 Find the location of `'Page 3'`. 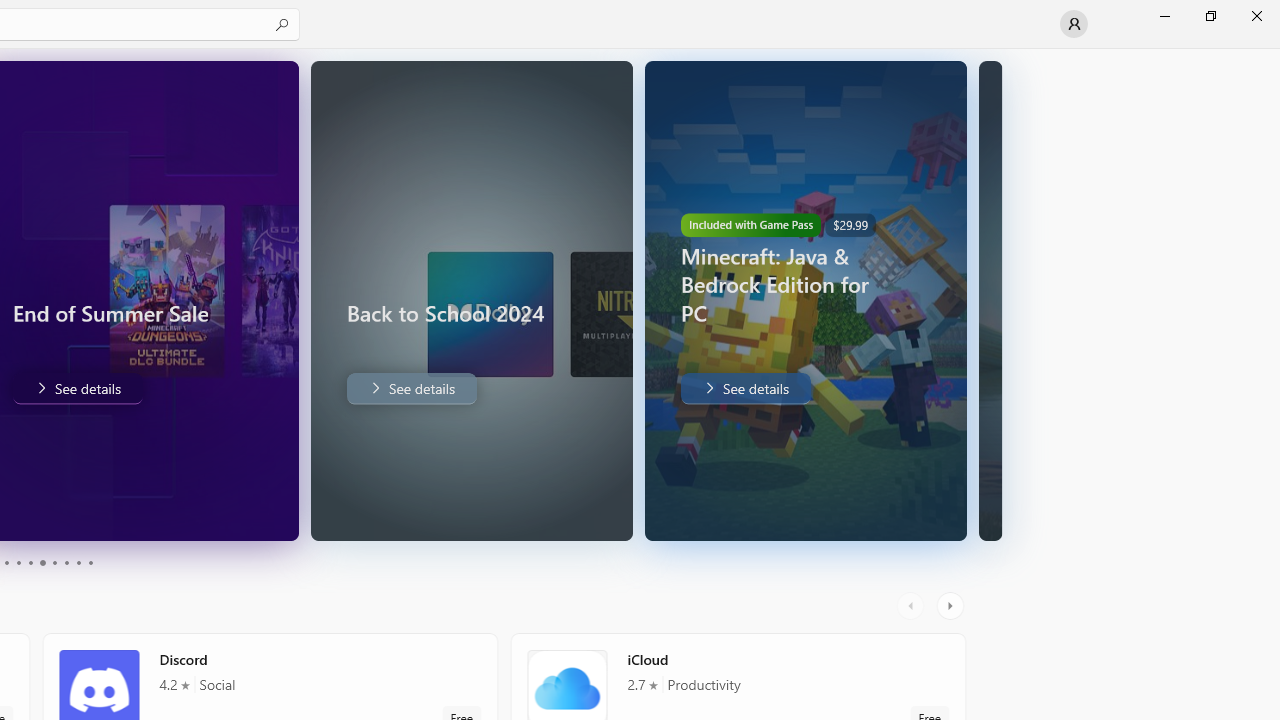

'Page 3' is located at coordinates (5, 563).